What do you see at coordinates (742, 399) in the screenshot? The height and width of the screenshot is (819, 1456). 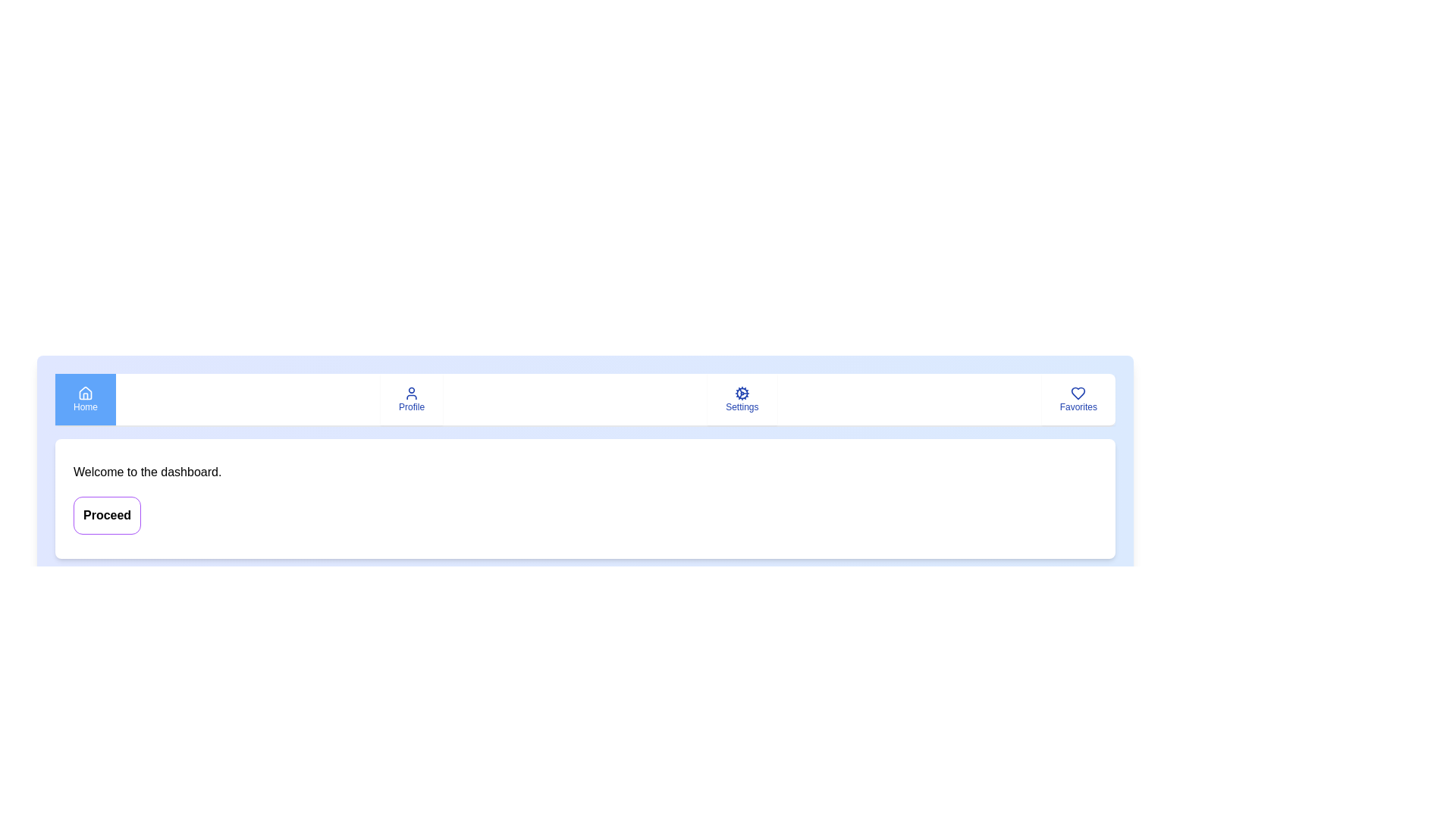 I see `the tab button labeled Settings to observe its hover effect` at bounding box center [742, 399].